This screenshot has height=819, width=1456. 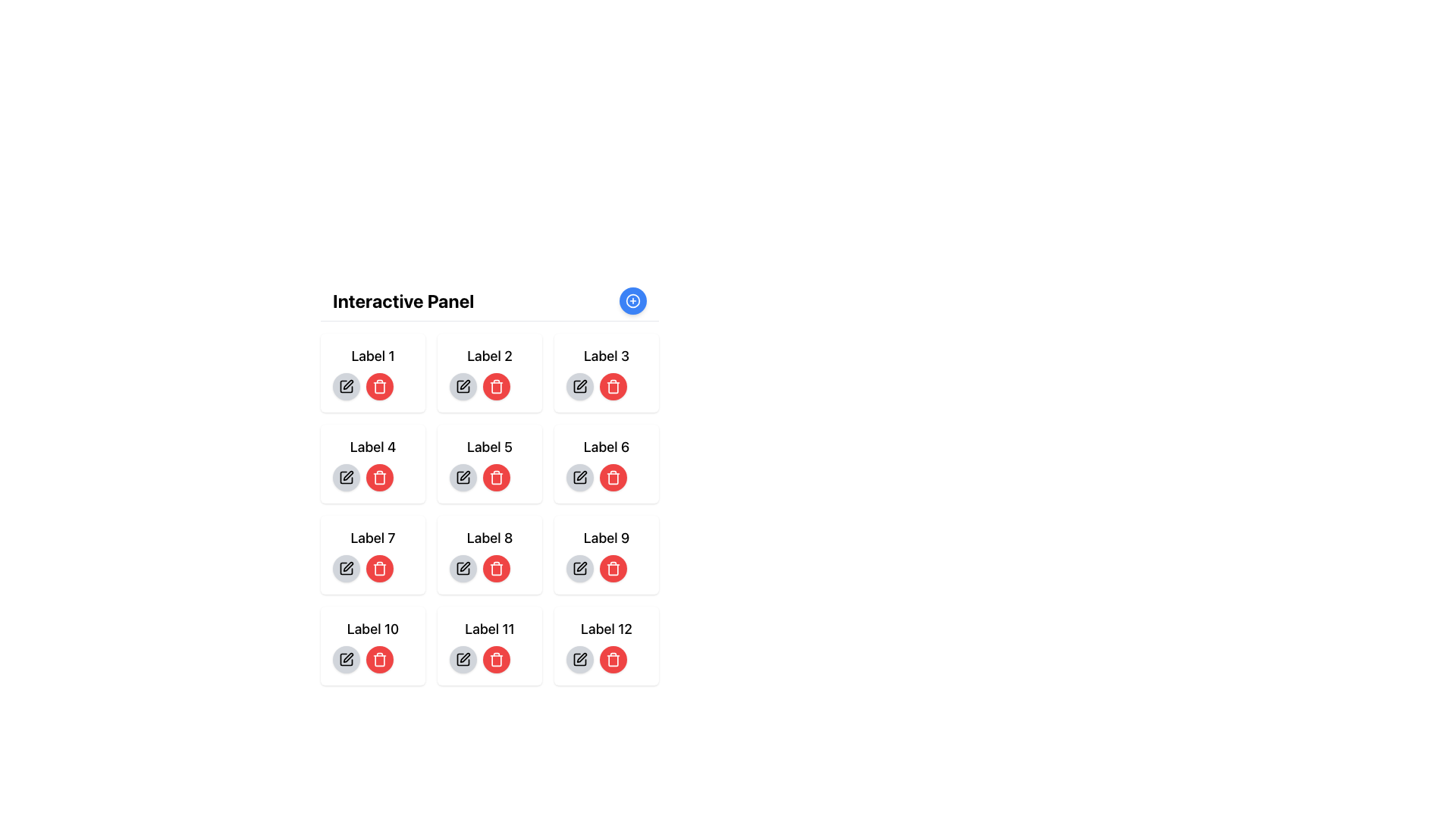 What do you see at coordinates (462, 568) in the screenshot?
I see `the edit icon (Edit pen within square) associated with 'Label 8'` at bounding box center [462, 568].